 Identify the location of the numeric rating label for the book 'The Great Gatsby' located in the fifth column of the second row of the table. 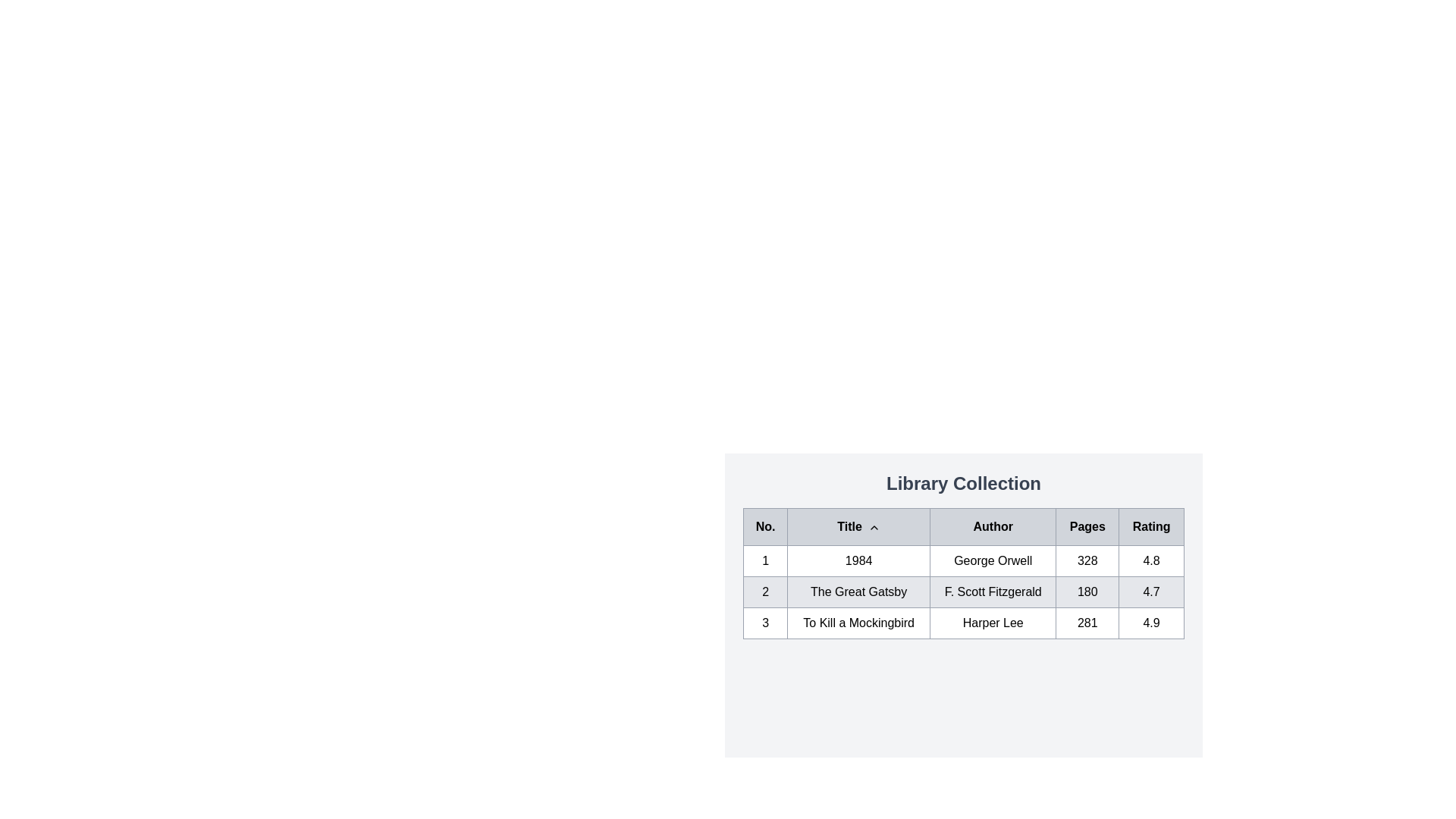
(1151, 591).